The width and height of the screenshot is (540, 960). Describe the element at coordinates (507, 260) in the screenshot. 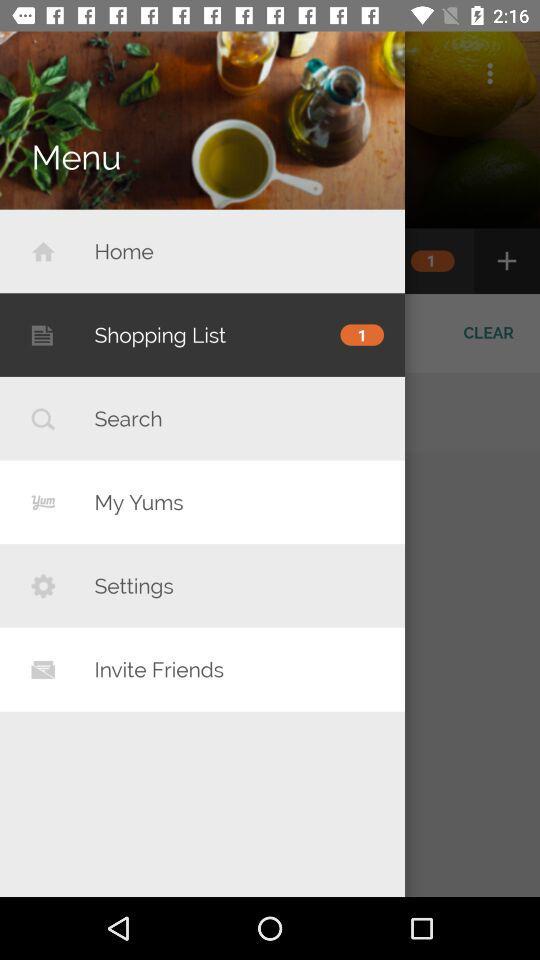

I see `the plus icon` at that location.